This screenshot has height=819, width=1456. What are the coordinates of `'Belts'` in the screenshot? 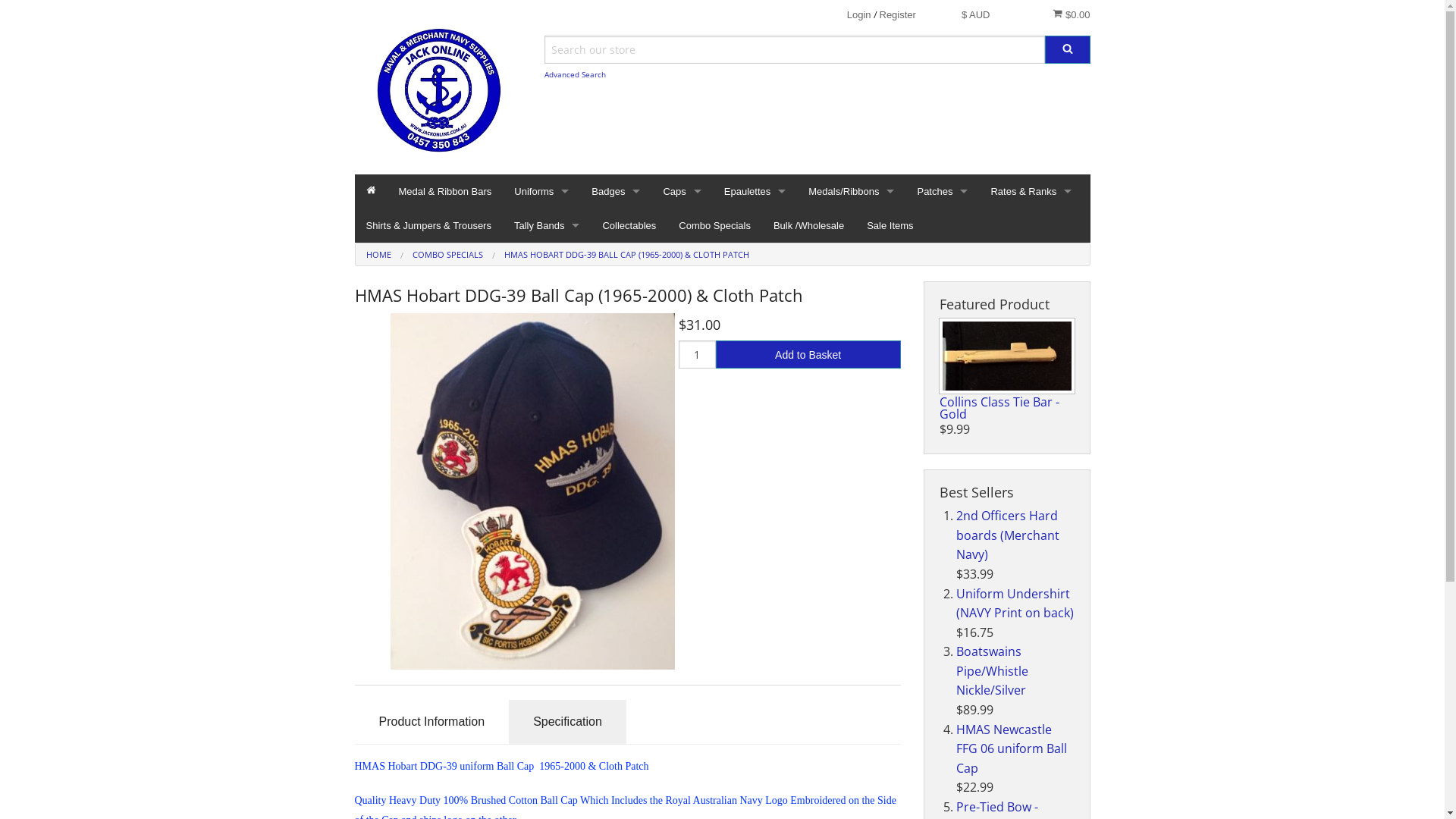 It's located at (541, 312).